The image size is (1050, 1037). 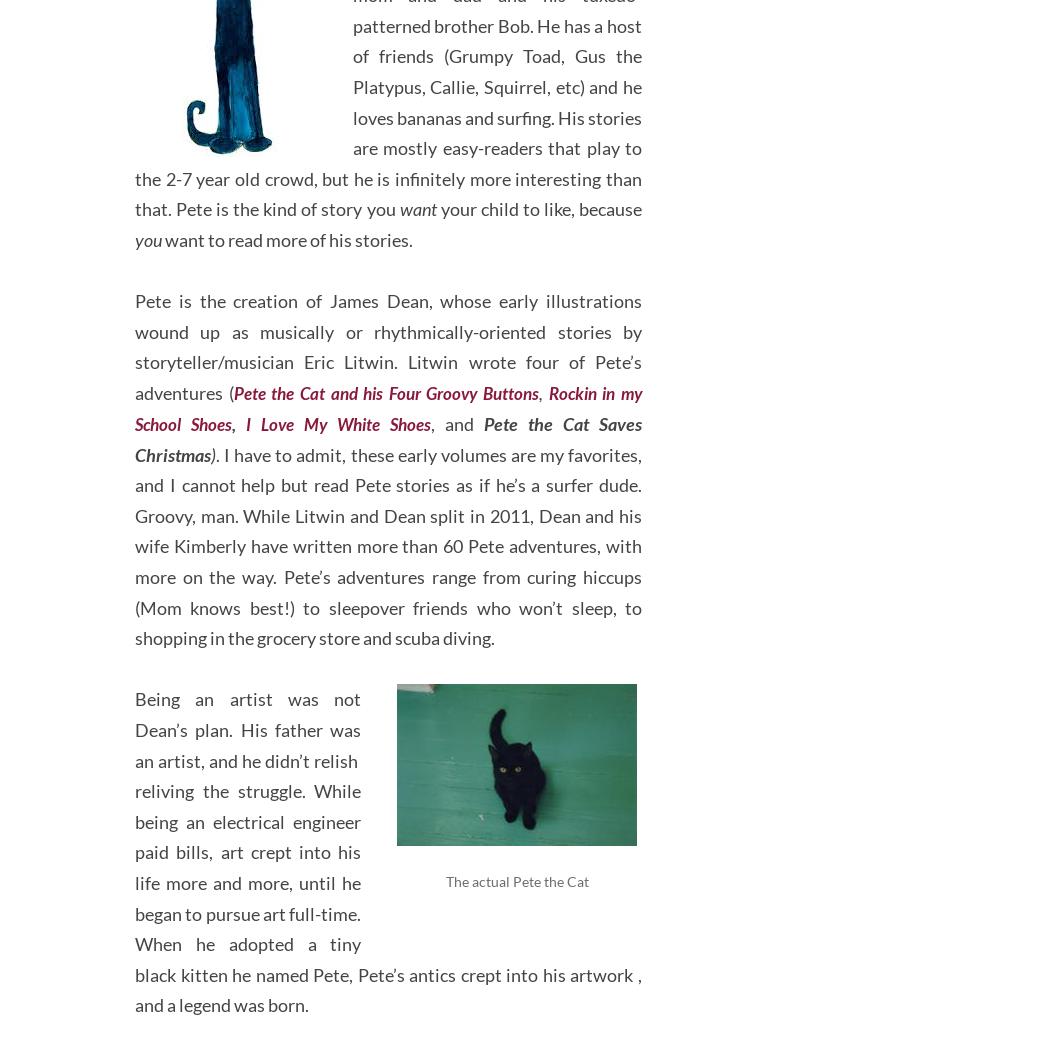 I want to click on 'Pete the Cat and his Four Groovy Buttons', so click(x=384, y=381).